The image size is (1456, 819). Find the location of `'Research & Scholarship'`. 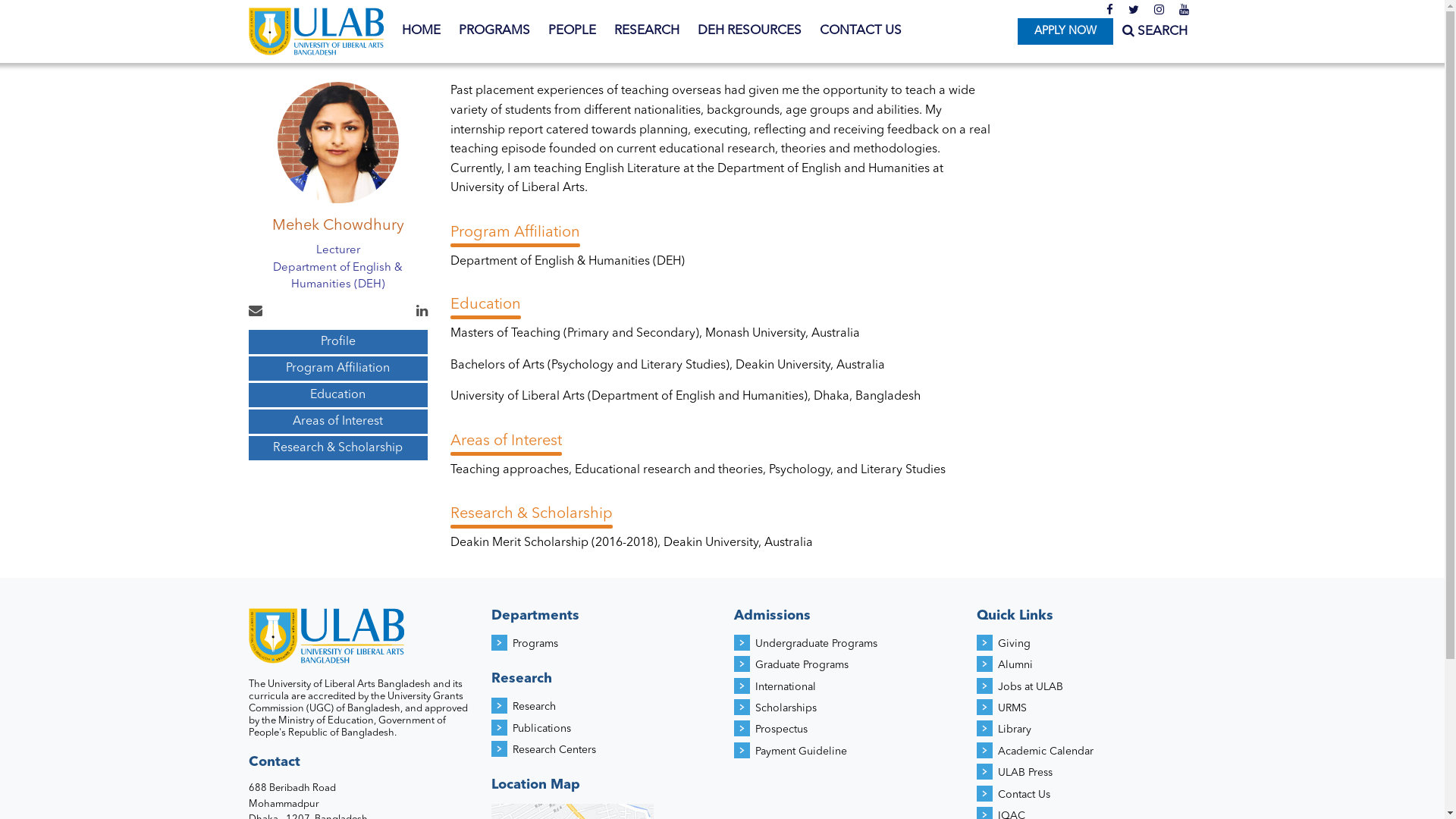

'Research & Scholarship' is located at coordinates (337, 447).